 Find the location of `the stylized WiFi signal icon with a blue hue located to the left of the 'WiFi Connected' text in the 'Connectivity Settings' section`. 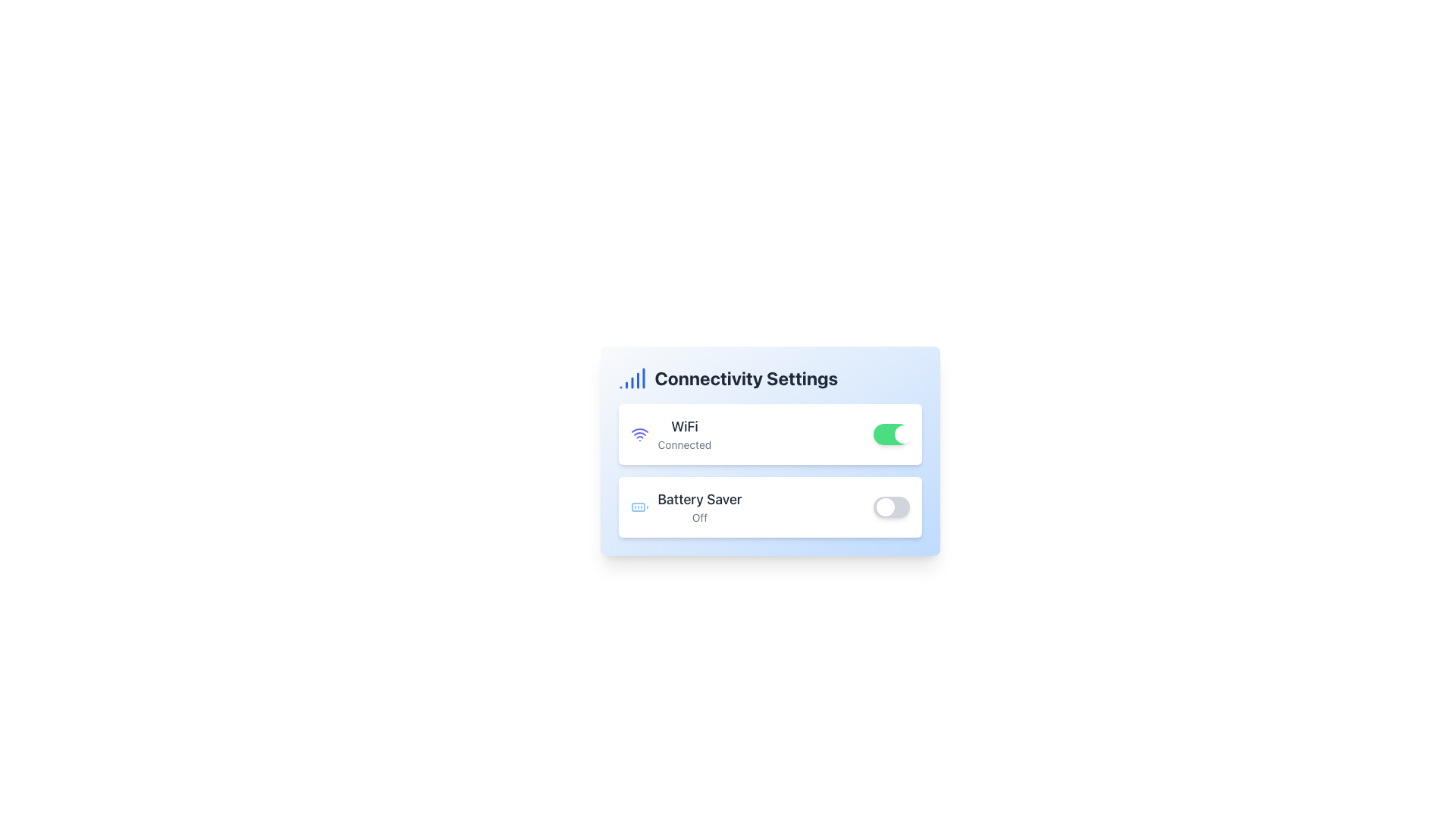

the stylized WiFi signal icon with a blue hue located to the left of the 'WiFi Connected' text in the 'Connectivity Settings' section is located at coordinates (639, 435).